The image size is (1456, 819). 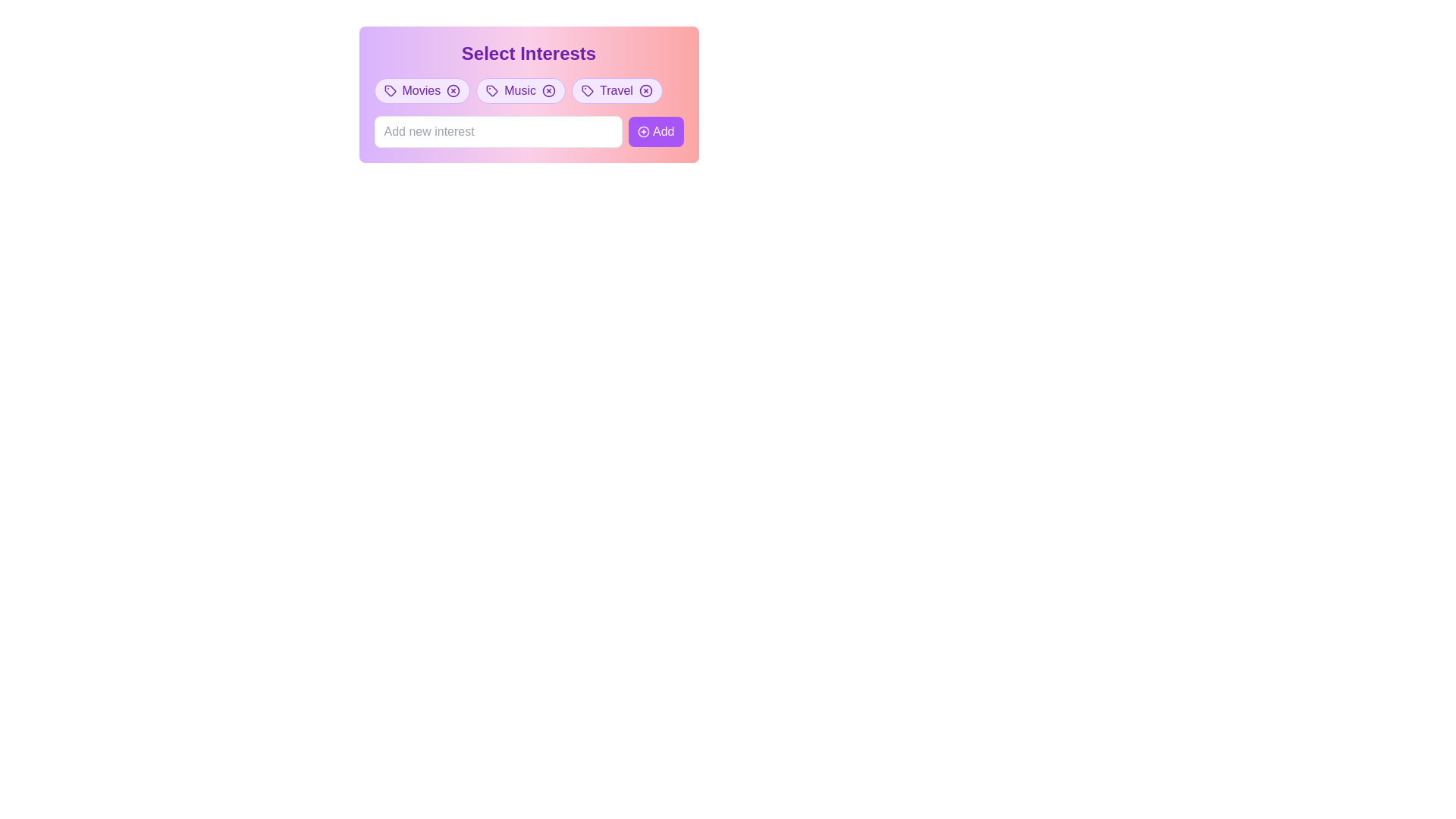 I want to click on the delete button for removing the 'Music' tag located immediately to the right of the 'Music' text in the 'Select Interests' section, so click(x=548, y=90).